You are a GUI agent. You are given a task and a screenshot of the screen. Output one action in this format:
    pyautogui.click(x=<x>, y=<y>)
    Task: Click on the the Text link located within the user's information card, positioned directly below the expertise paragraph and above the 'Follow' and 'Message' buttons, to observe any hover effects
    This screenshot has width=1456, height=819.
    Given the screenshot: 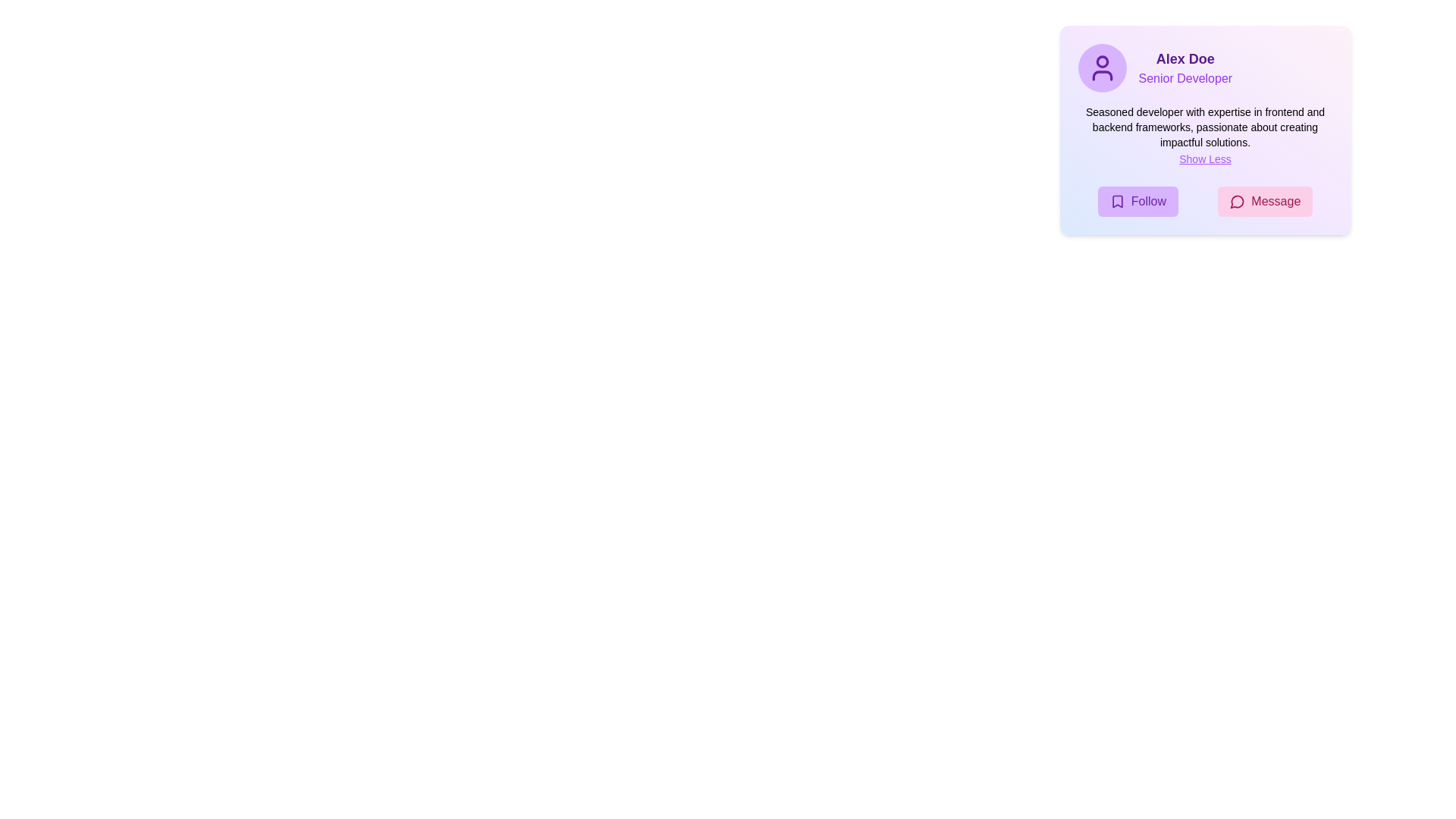 What is the action you would take?
    pyautogui.click(x=1204, y=158)
    